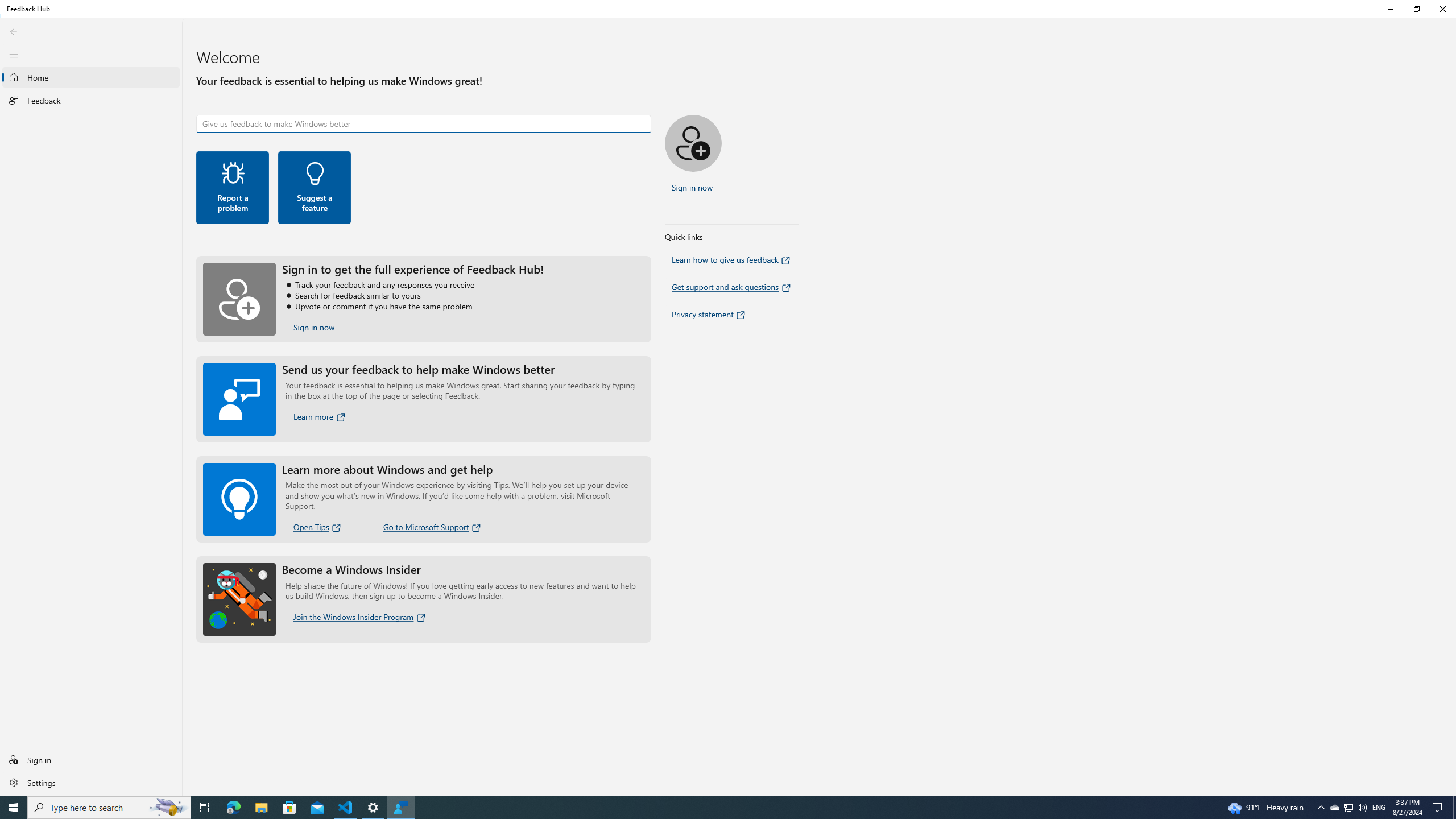 The height and width of the screenshot is (819, 1456). What do you see at coordinates (14, 54) in the screenshot?
I see `'Close Navigation'` at bounding box center [14, 54].